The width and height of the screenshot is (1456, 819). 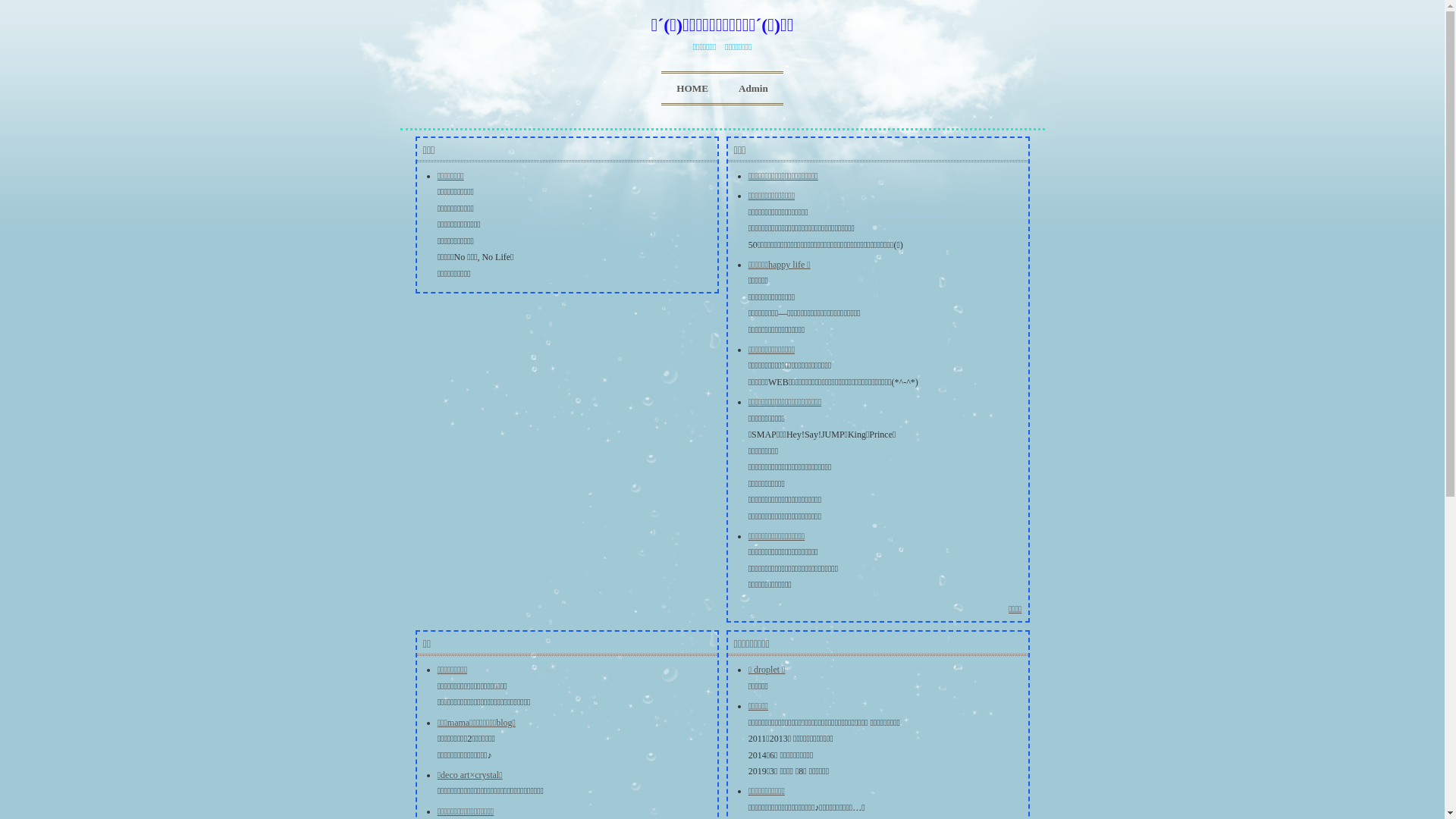 What do you see at coordinates (753, 88) in the screenshot?
I see `'Admin'` at bounding box center [753, 88].